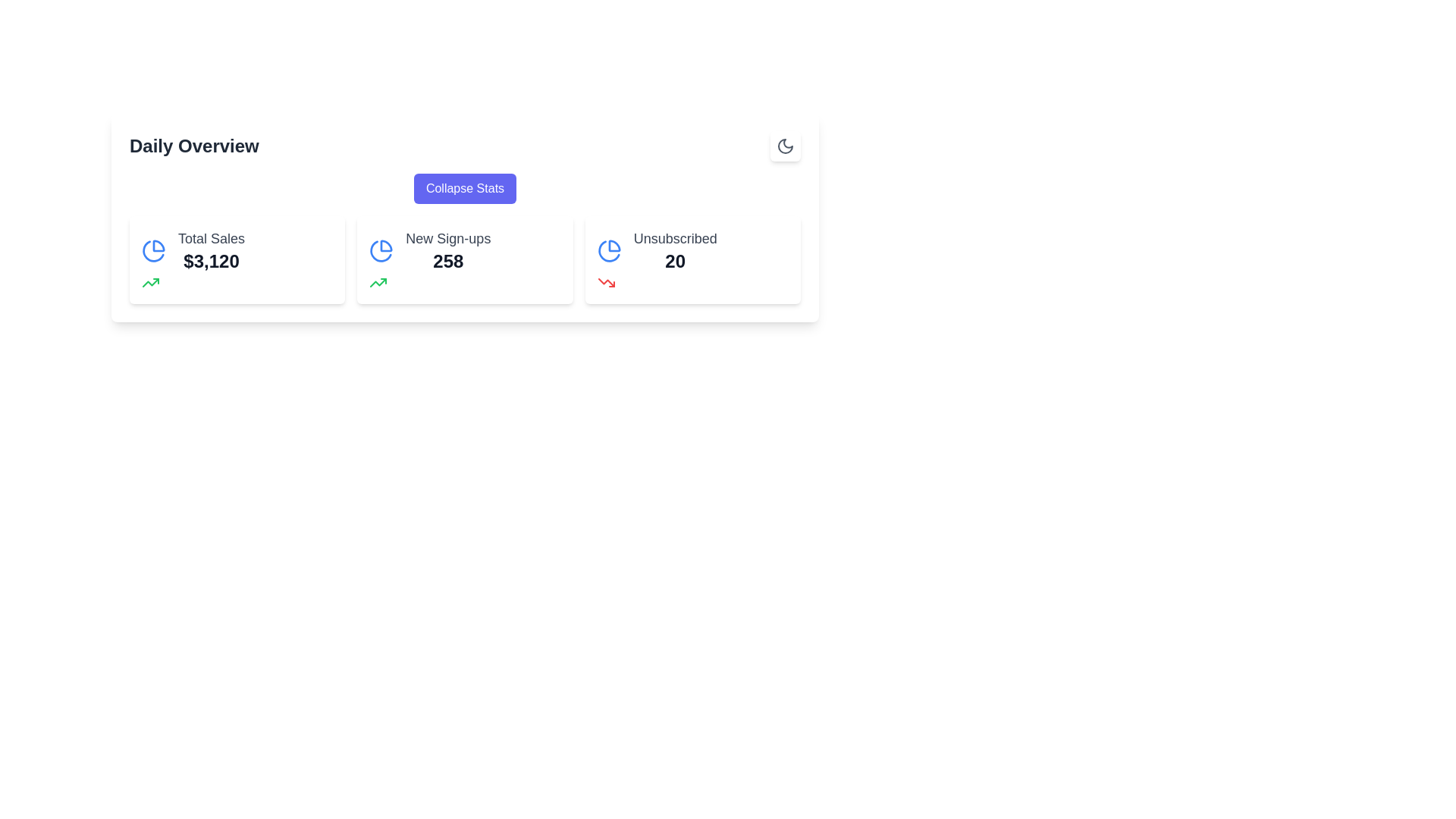  Describe the element at coordinates (150, 283) in the screenshot. I see `the upward trend icon representing 'New Sign-ups' located within the Daily Overview section of the card` at that location.